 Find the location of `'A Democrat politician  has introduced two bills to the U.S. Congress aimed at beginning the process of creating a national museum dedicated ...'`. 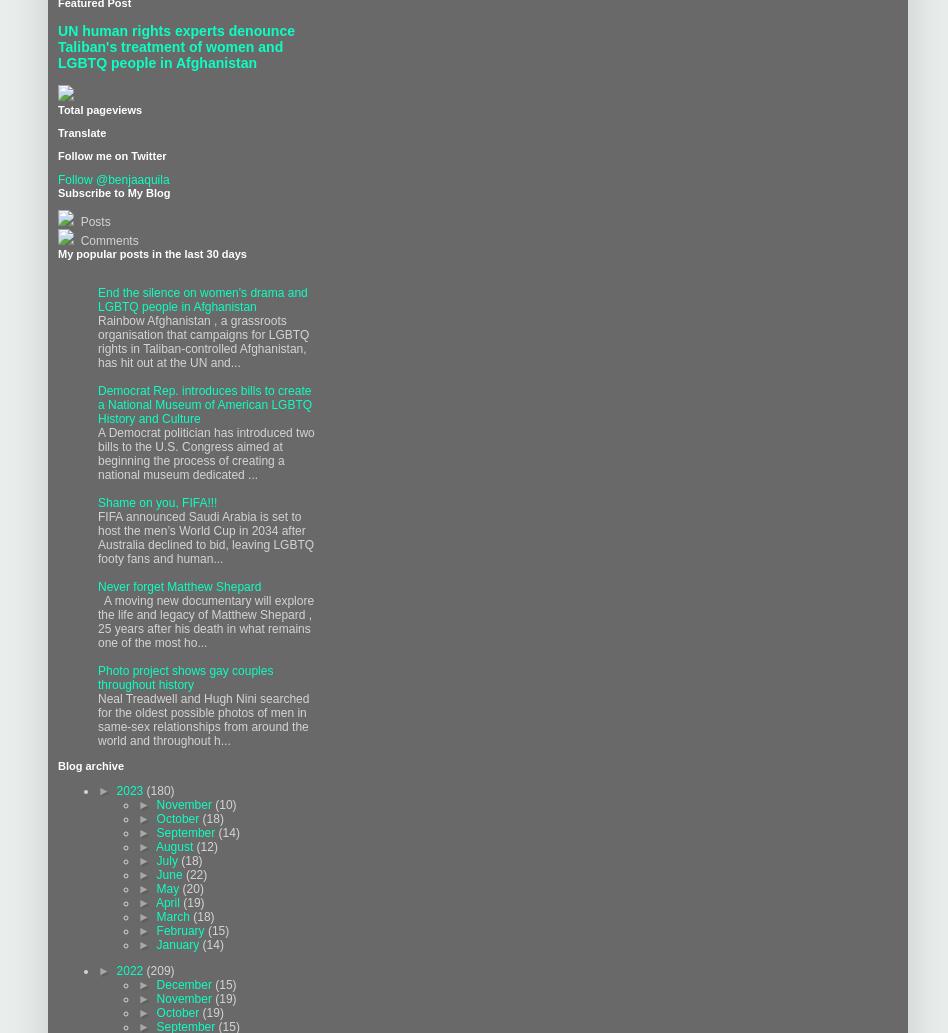

'A Democrat politician  has introduced two bills to the U.S. Congress aimed at beginning the process of creating a national museum dedicated ...' is located at coordinates (205, 454).